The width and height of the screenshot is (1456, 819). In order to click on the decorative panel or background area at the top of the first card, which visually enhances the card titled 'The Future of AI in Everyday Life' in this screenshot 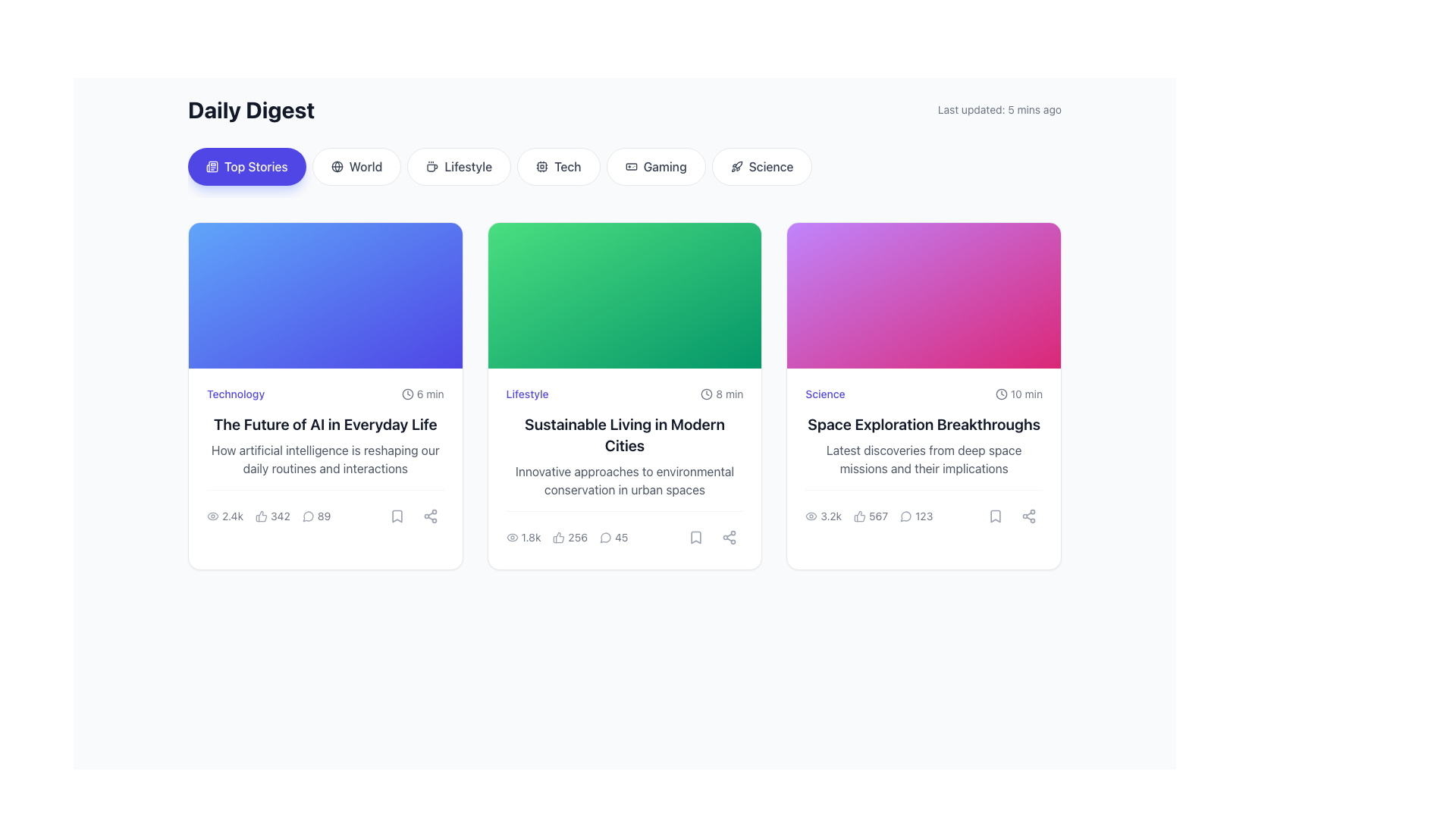, I will do `click(325, 295)`.